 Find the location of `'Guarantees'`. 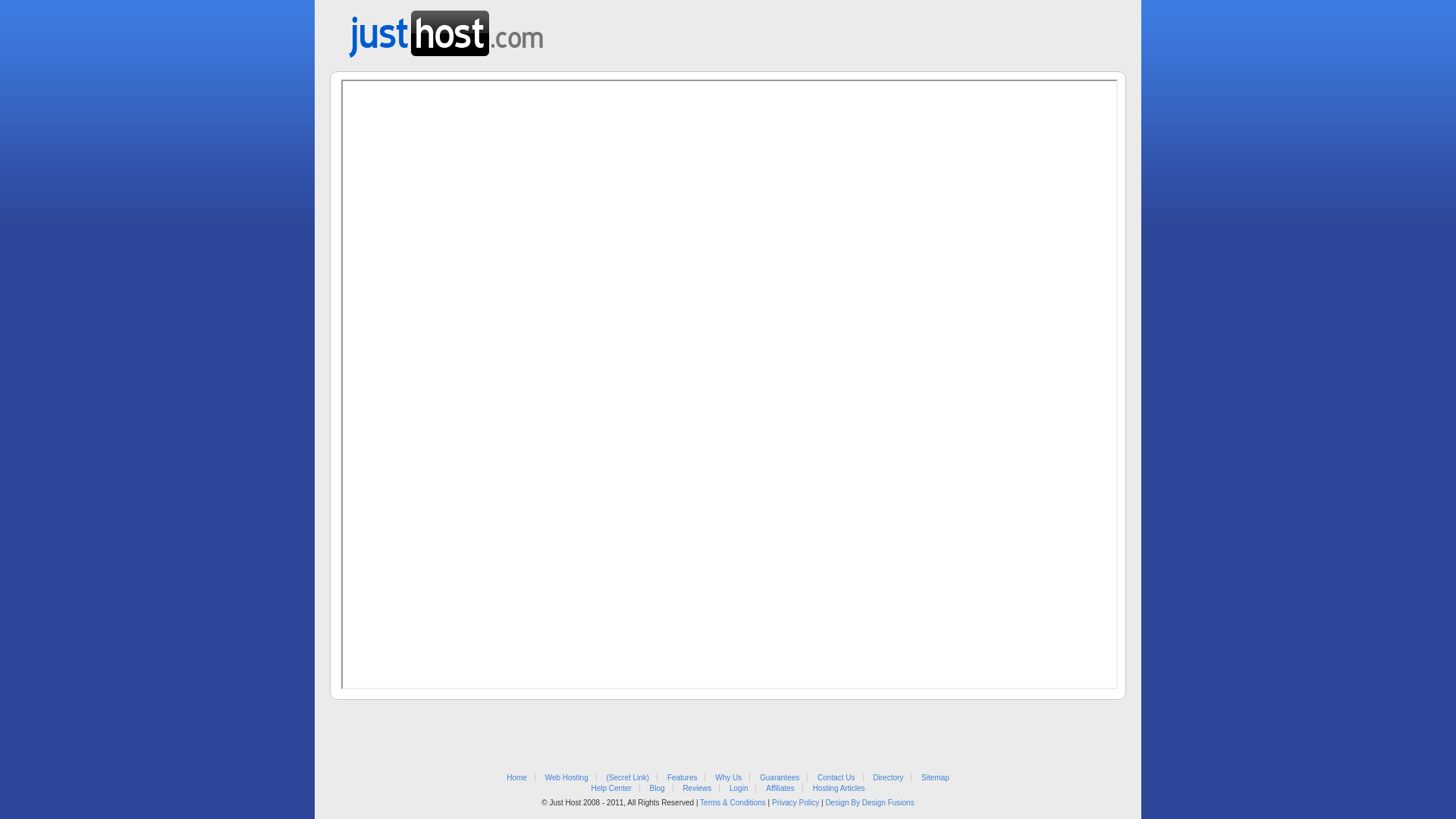

'Guarantees' is located at coordinates (760, 777).